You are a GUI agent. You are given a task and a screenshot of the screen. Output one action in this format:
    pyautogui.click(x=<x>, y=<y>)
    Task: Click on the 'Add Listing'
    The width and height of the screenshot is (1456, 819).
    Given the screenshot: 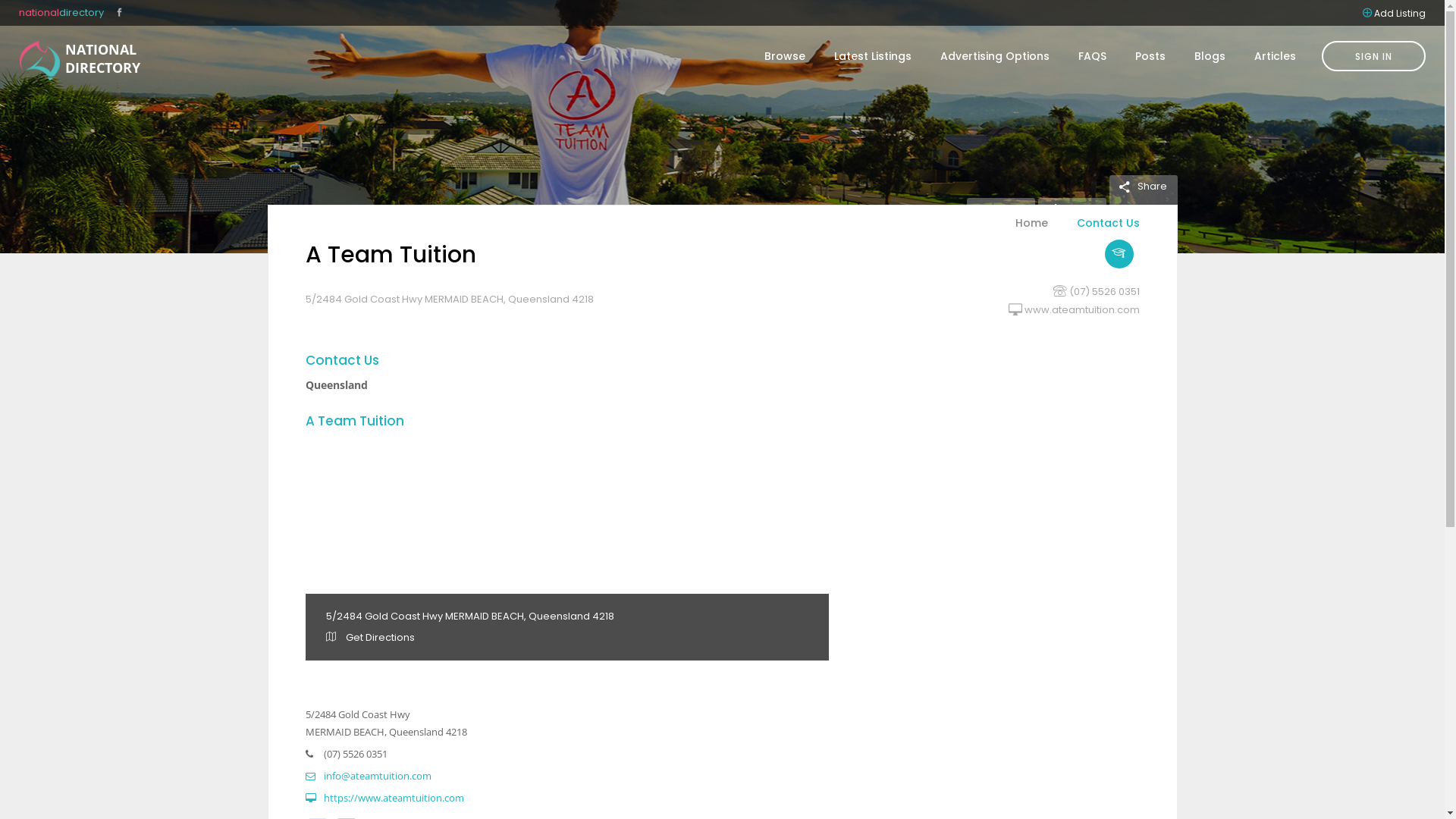 What is the action you would take?
    pyautogui.click(x=1399, y=12)
    